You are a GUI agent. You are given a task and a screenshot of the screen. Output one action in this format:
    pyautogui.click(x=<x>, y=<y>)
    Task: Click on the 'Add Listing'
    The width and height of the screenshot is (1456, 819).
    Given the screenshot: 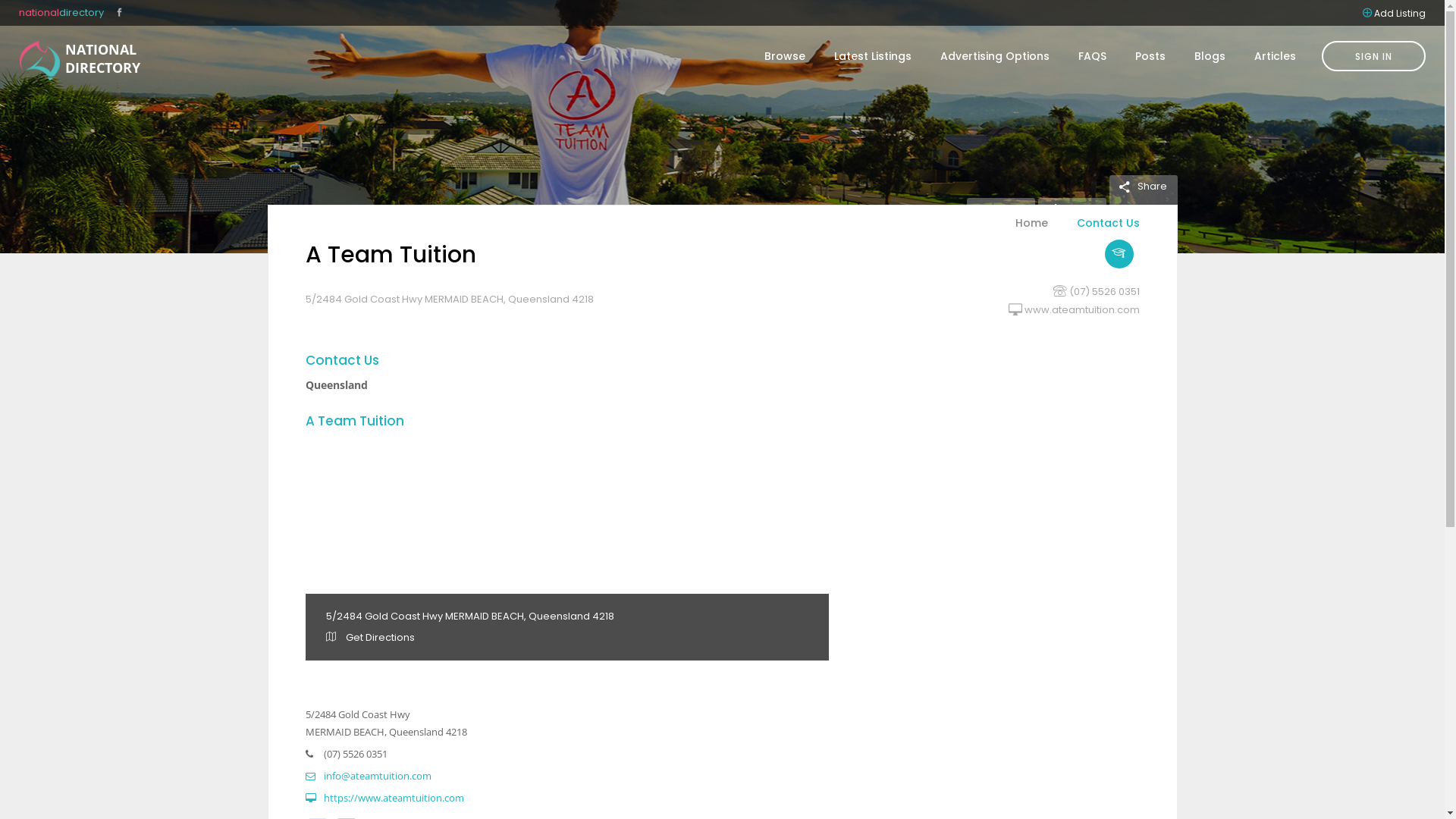 What is the action you would take?
    pyautogui.click(x=1399, y=12)
    